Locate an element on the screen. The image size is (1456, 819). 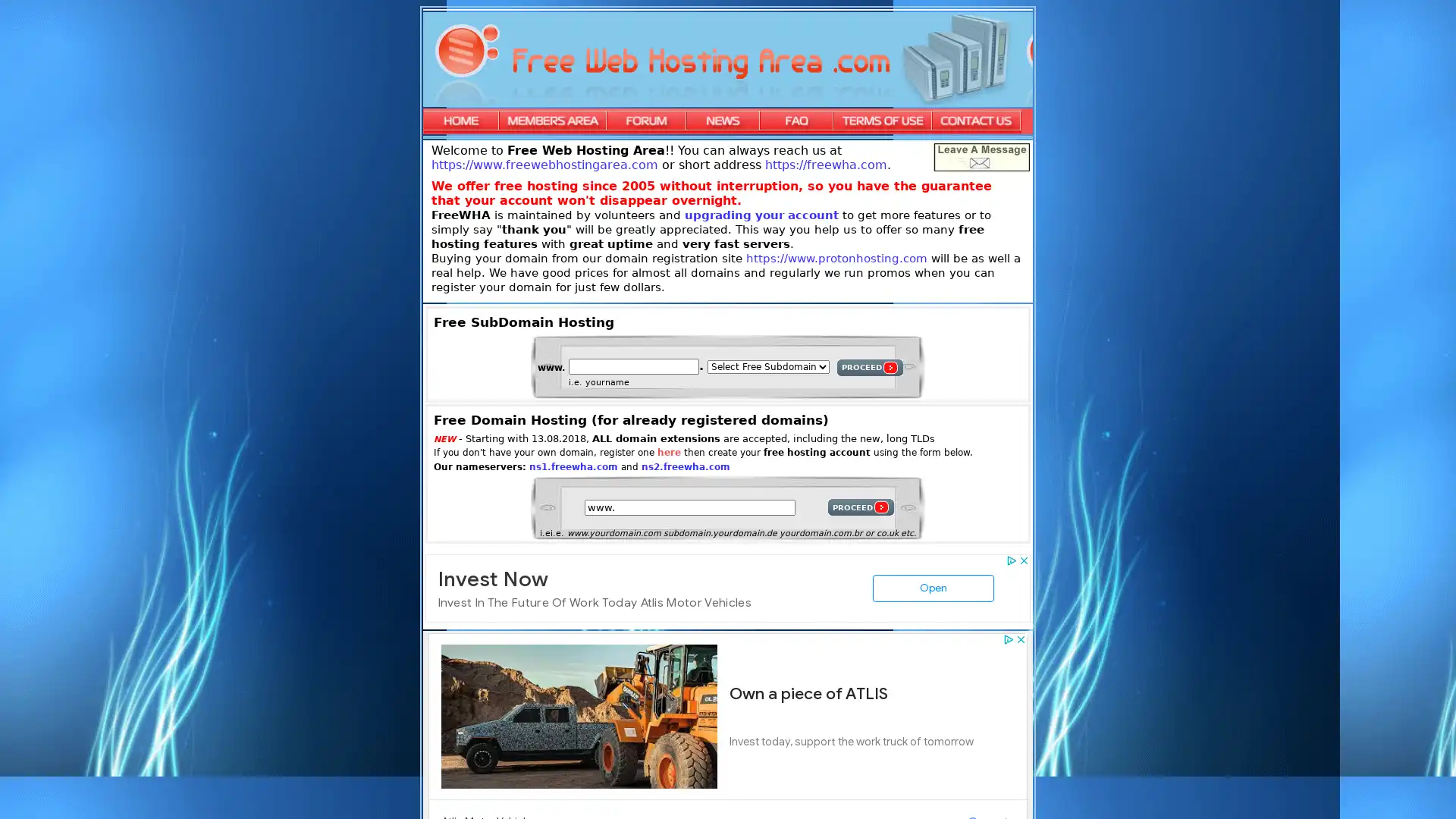
PROCEED is located at coordinates (870, 366).